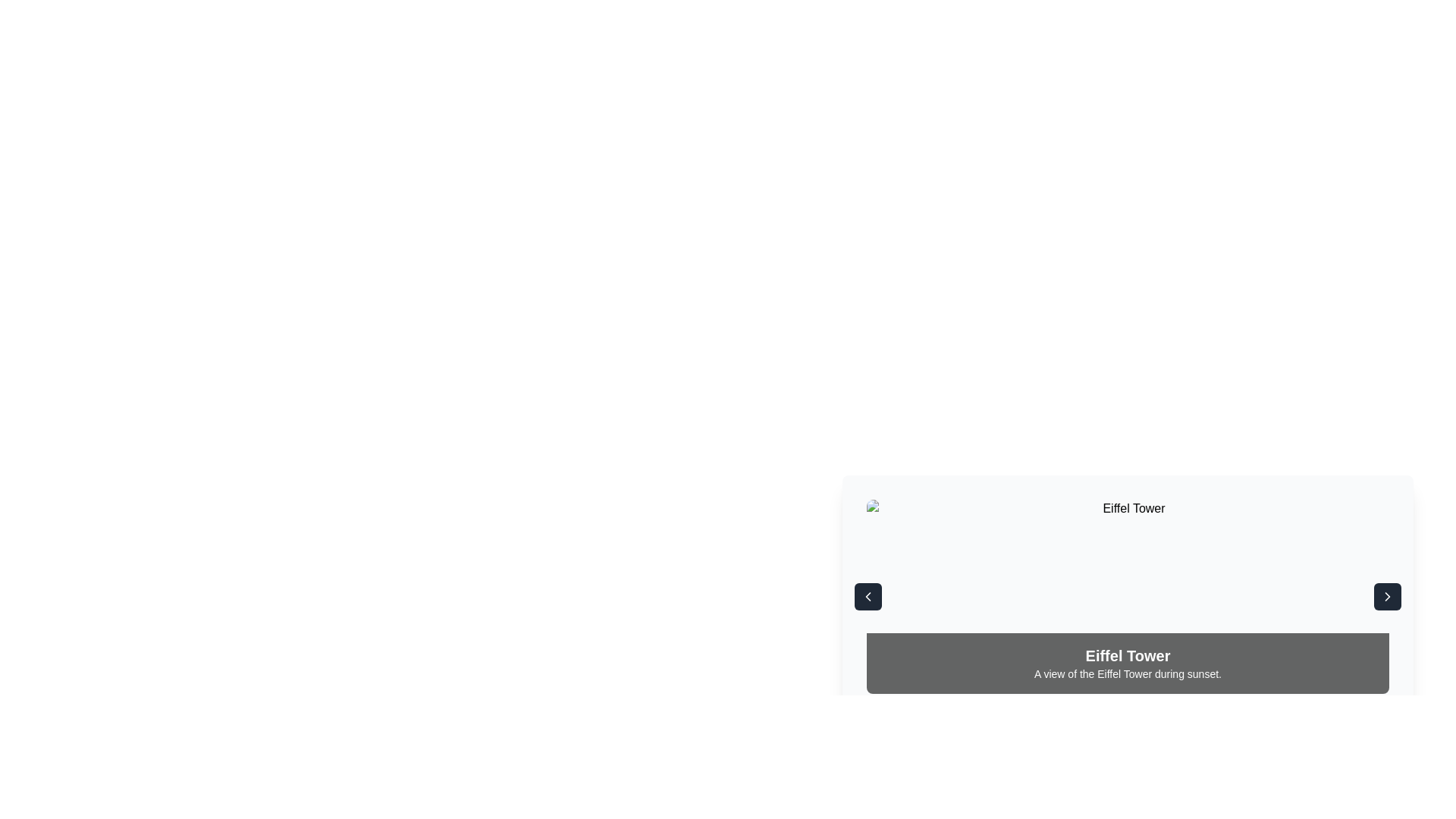 The width and height of the screenshot is (1456, 819). I want to click on the square button with a dark gray background and a white leftward chevron icon, so click(868, 595).